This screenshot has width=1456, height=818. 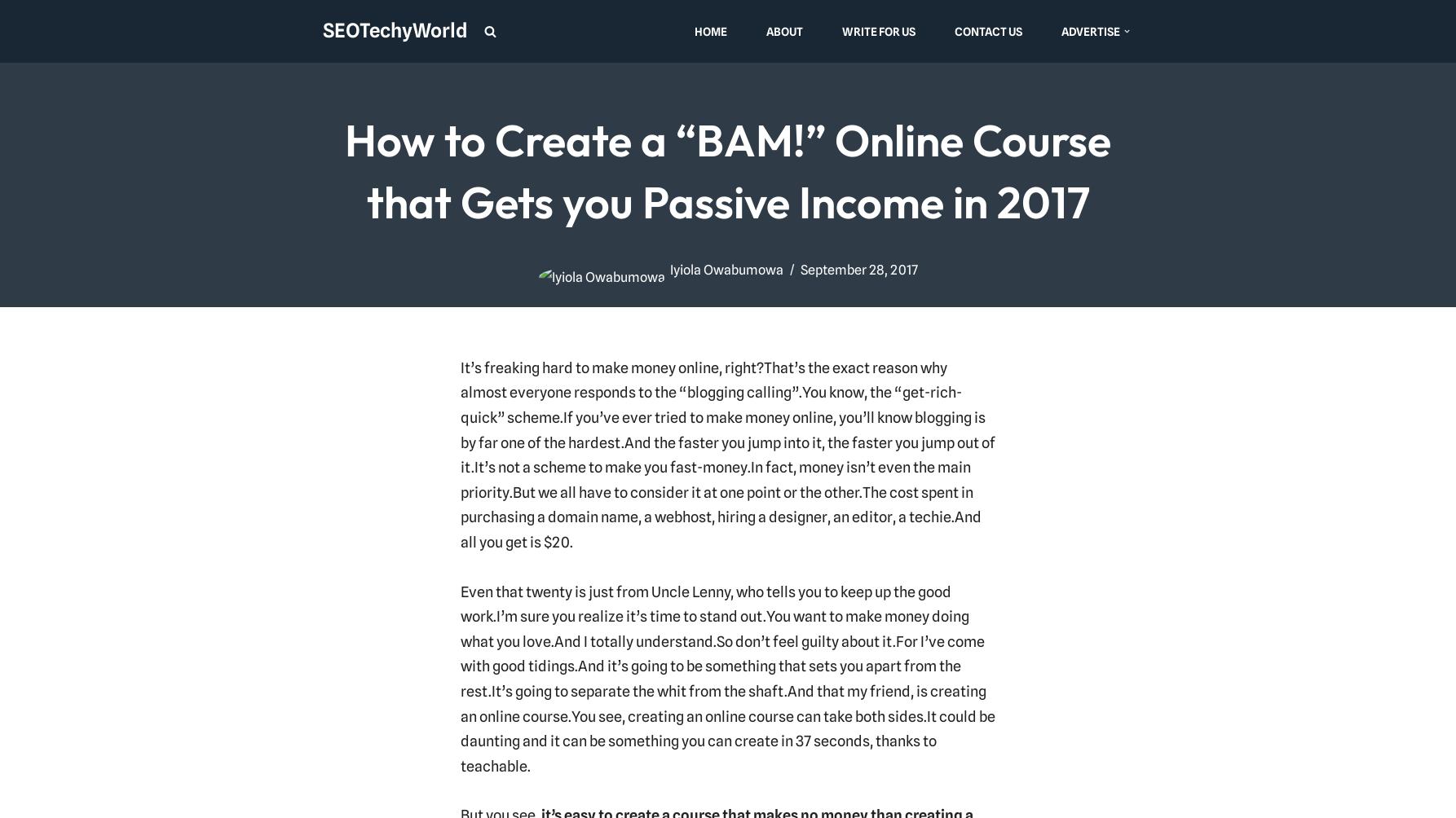 What do you see at coordinates (459, 653) in the screenshot?
I see `'For I’ve come with good tidings.'` at bounding box center [459, 653].